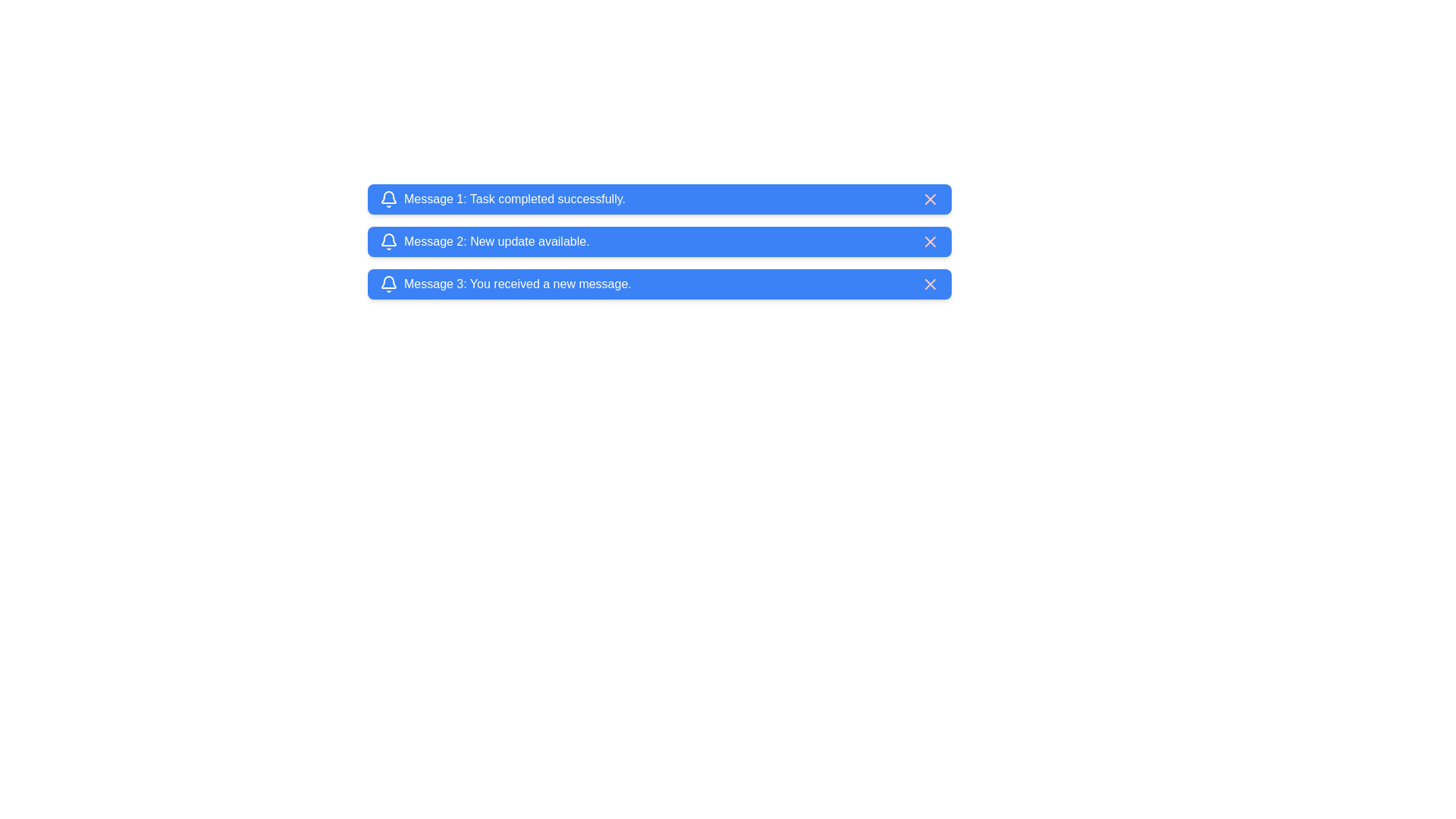  What do you see at coordinates (389, 196) in the screenshot?
I see `the lower portion of the stylized bell icon in the notification box to associate with the notification item` at bounding box center [389, 196].